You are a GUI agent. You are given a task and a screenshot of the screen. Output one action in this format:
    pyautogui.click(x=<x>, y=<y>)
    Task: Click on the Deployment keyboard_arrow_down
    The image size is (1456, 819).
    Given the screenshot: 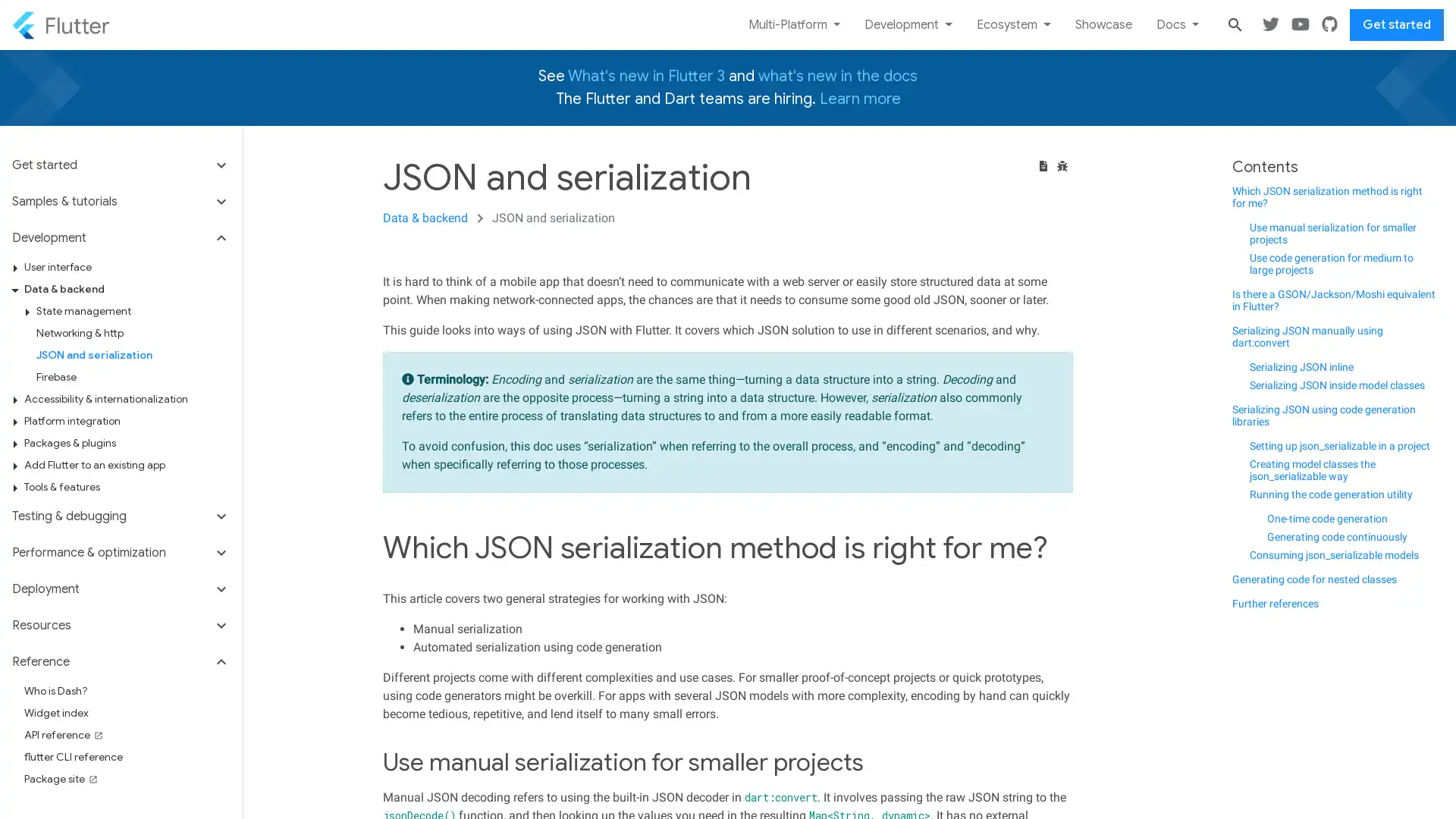 What is the action you would take?
    pyautogui.click(x=120, y=588)
    